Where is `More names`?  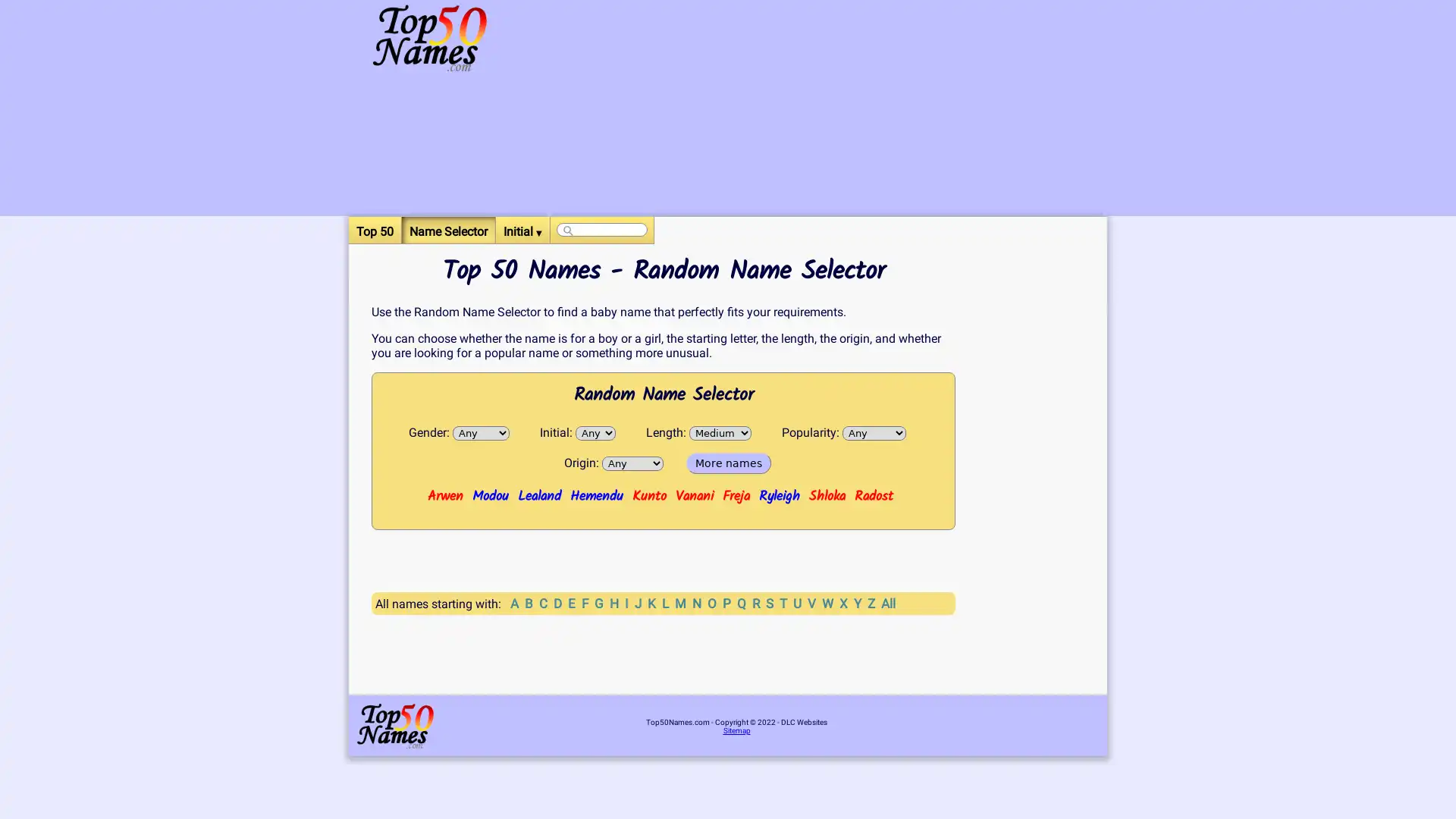 More names is located at coordinates (728, 462).